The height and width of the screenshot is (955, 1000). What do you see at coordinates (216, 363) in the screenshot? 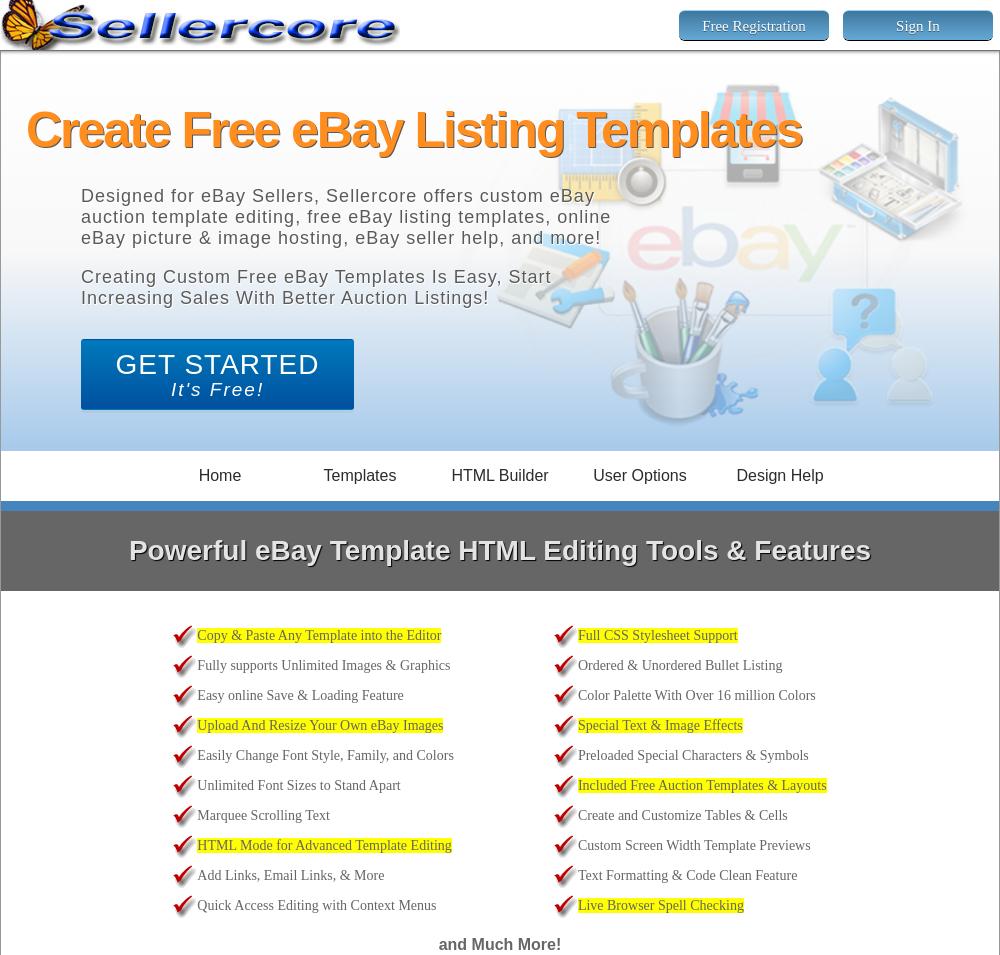
I see `'GET STARTED'` at bounding box center [216, 363].